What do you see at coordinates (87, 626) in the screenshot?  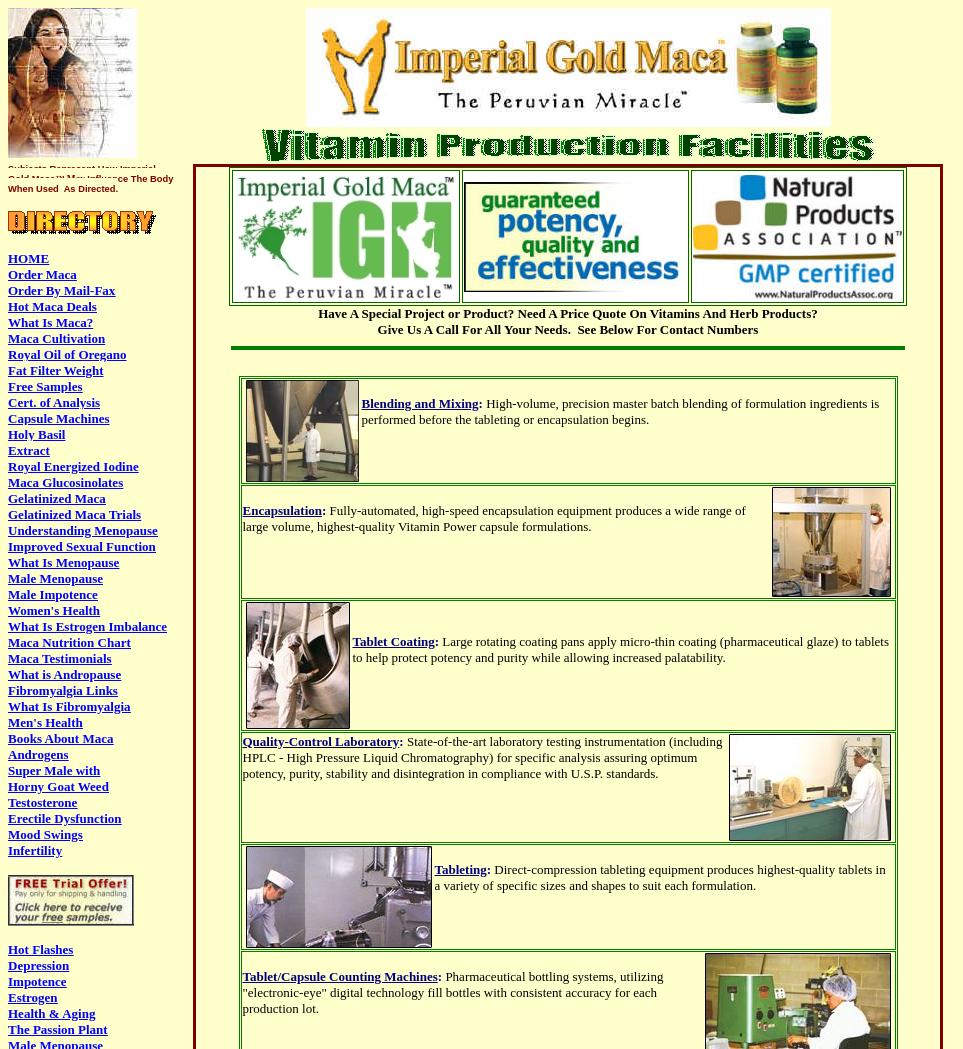 I see `'What Is Estrogen Imbalance'` at bounding box center [87, 626].